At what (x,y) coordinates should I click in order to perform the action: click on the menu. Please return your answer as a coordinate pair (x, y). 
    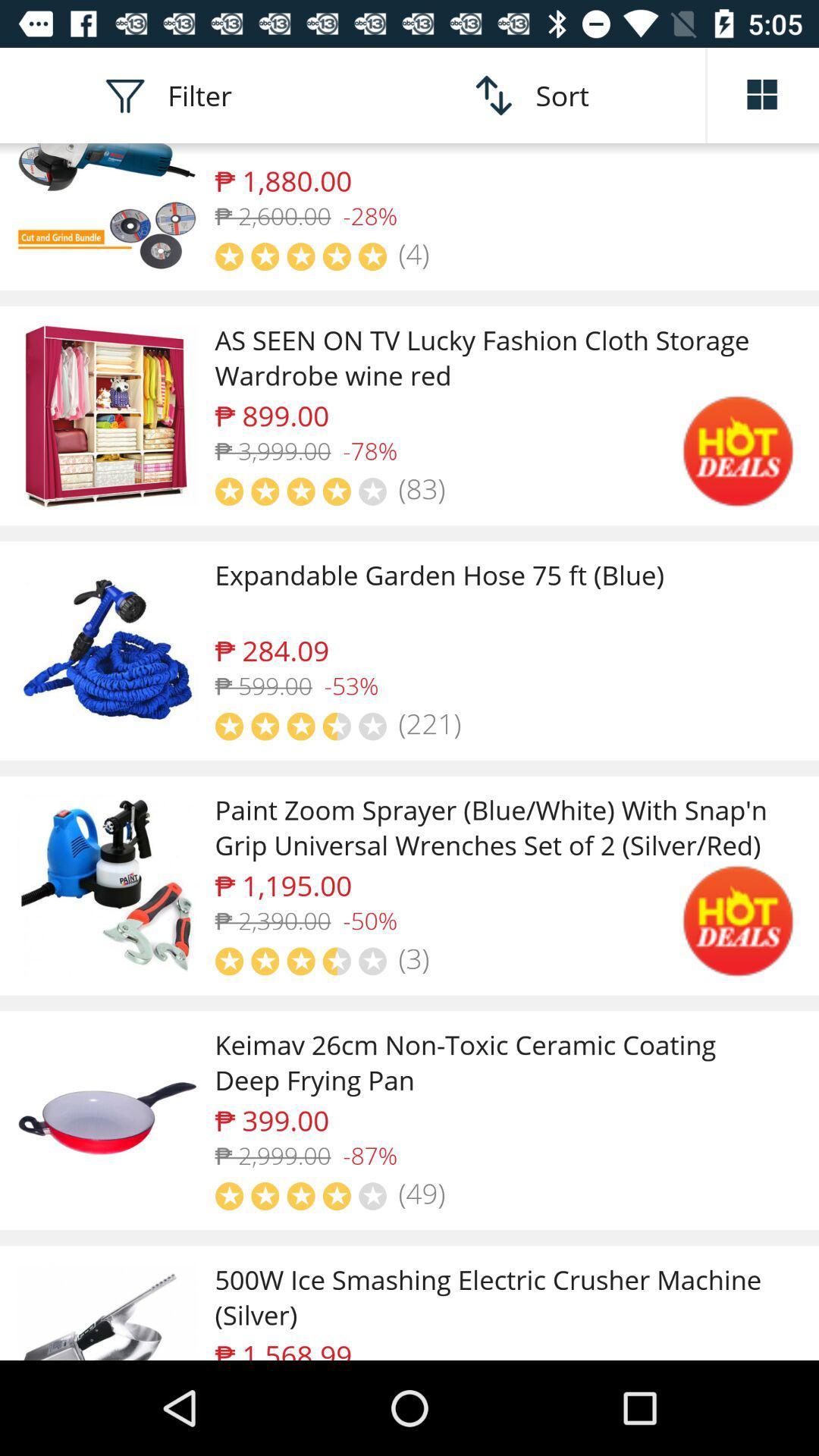
    Looking at the image, I should click on (763, 94).